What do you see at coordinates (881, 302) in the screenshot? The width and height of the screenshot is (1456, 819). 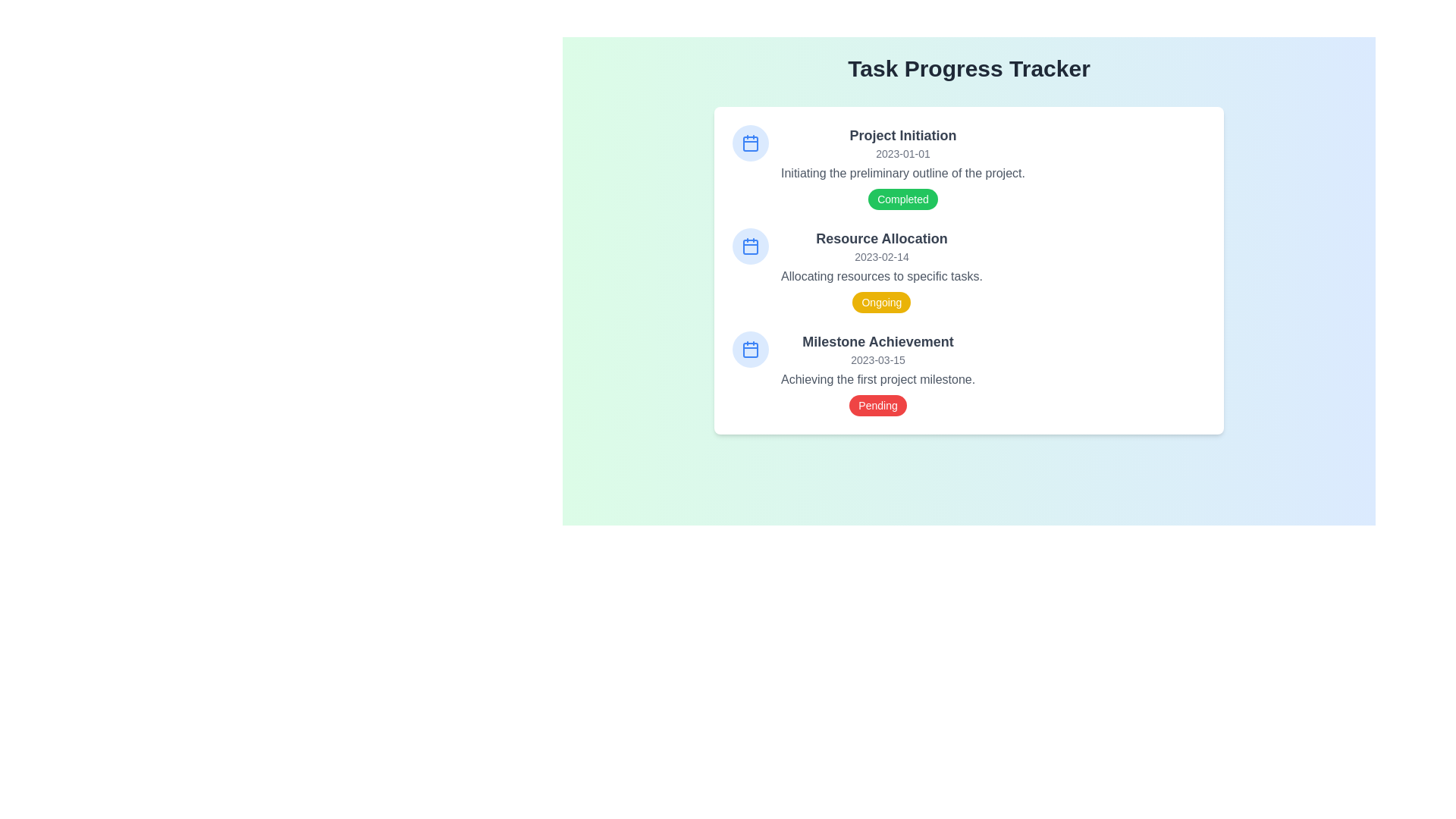 I see `the Status label, which is a yellow rectangular capsule with rounded edges containing the text 'Ongoing' in white, located below the description text 'Allocating resources to specific tasks.'` at bounding box center [881, 302].